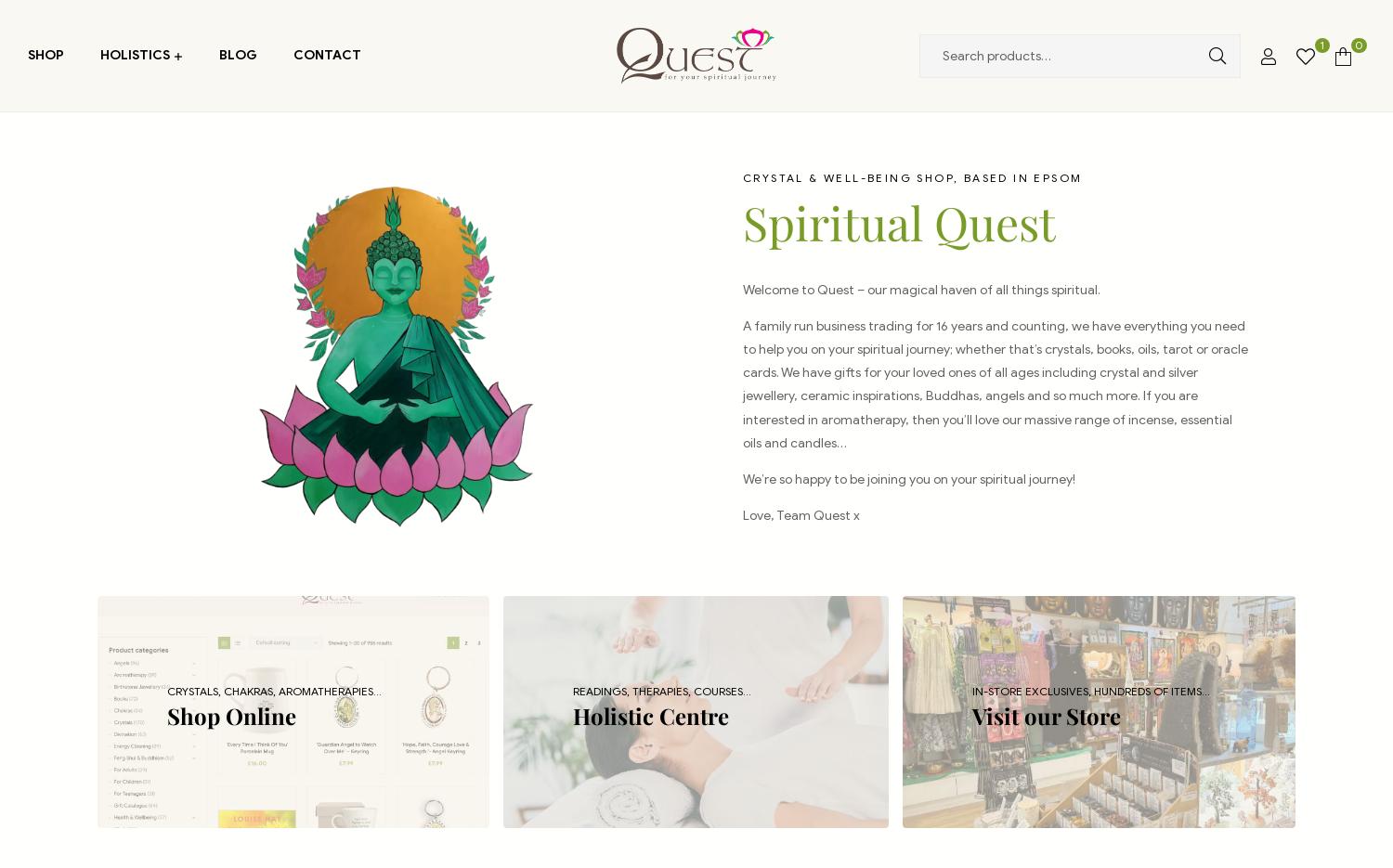 This screenshot has height=868, width=1393. Describe the element at coordinates (649, 713) in the screenshot. I see `'Holistic Centre'` at that location.